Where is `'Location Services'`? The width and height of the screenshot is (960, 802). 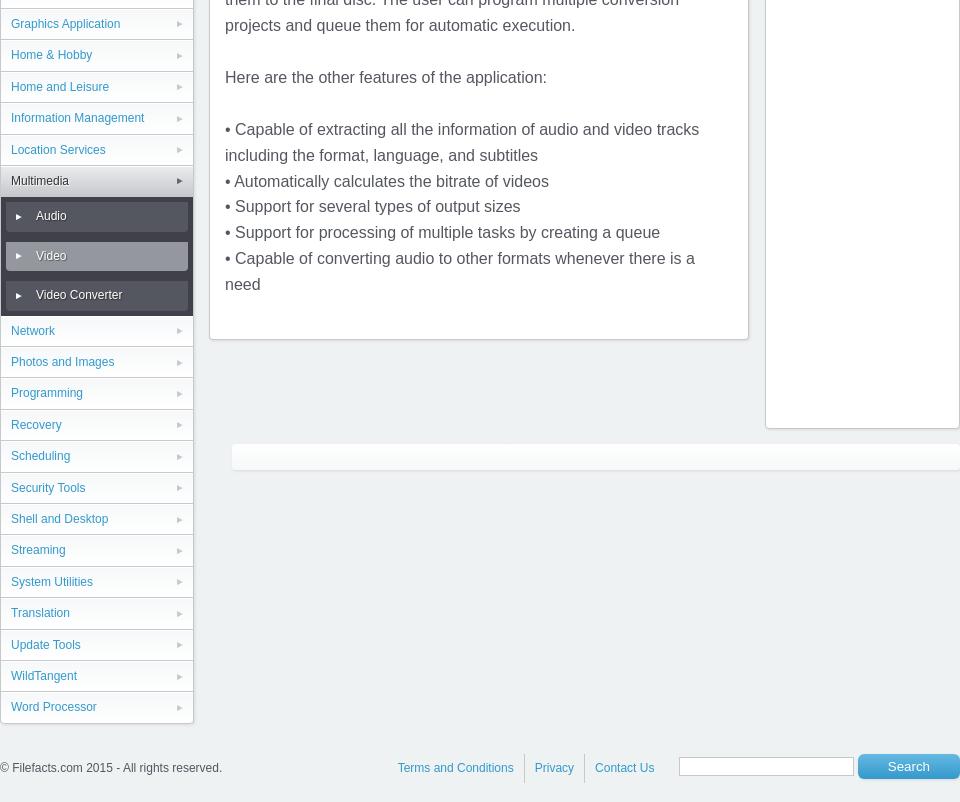
'Location Services' is located at coordinates (56, 148).